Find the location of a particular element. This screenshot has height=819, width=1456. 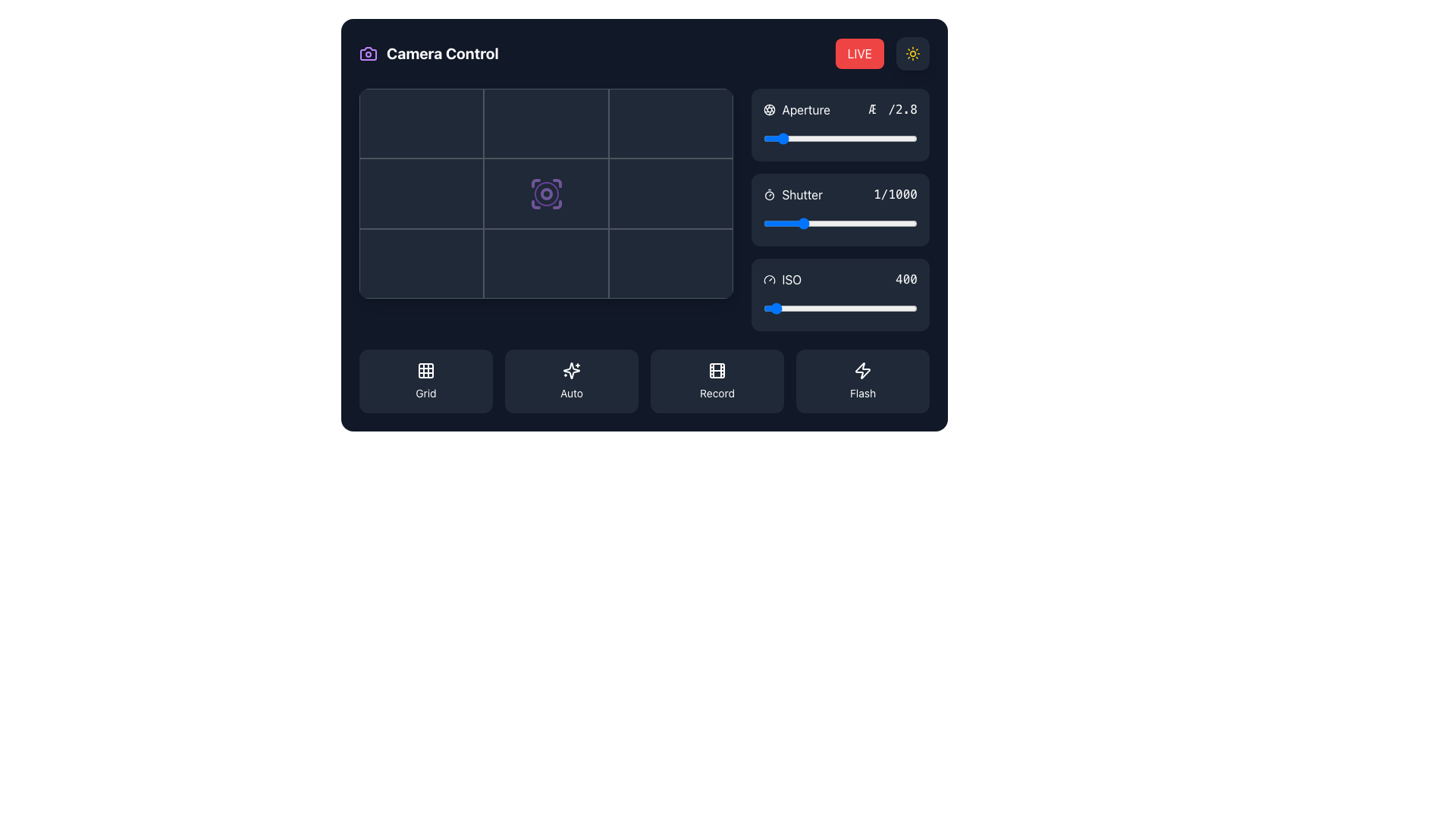

the shutter speed value is located at coordinates (848, 223).